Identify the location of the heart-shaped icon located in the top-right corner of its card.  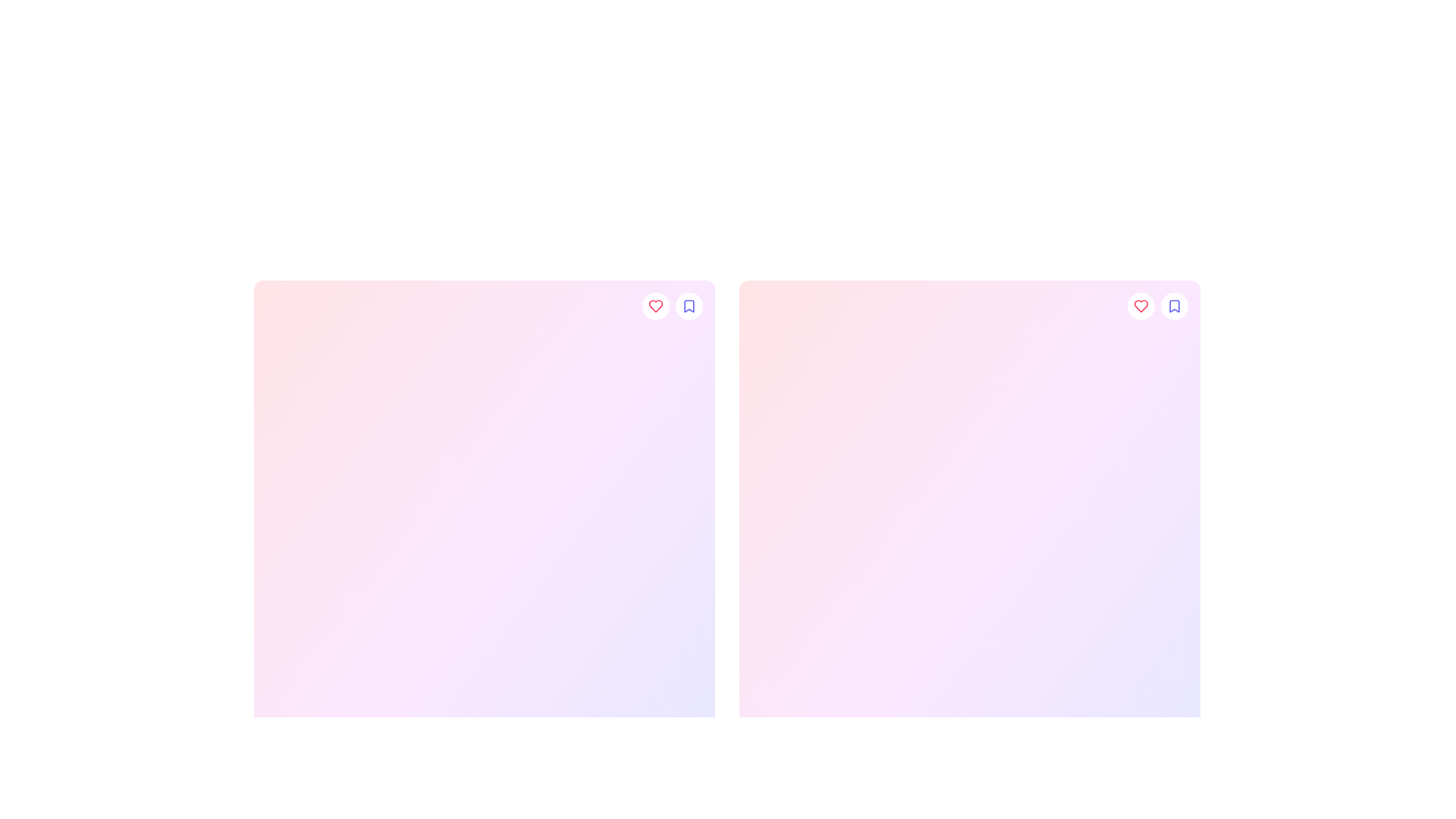
(1141, 306).